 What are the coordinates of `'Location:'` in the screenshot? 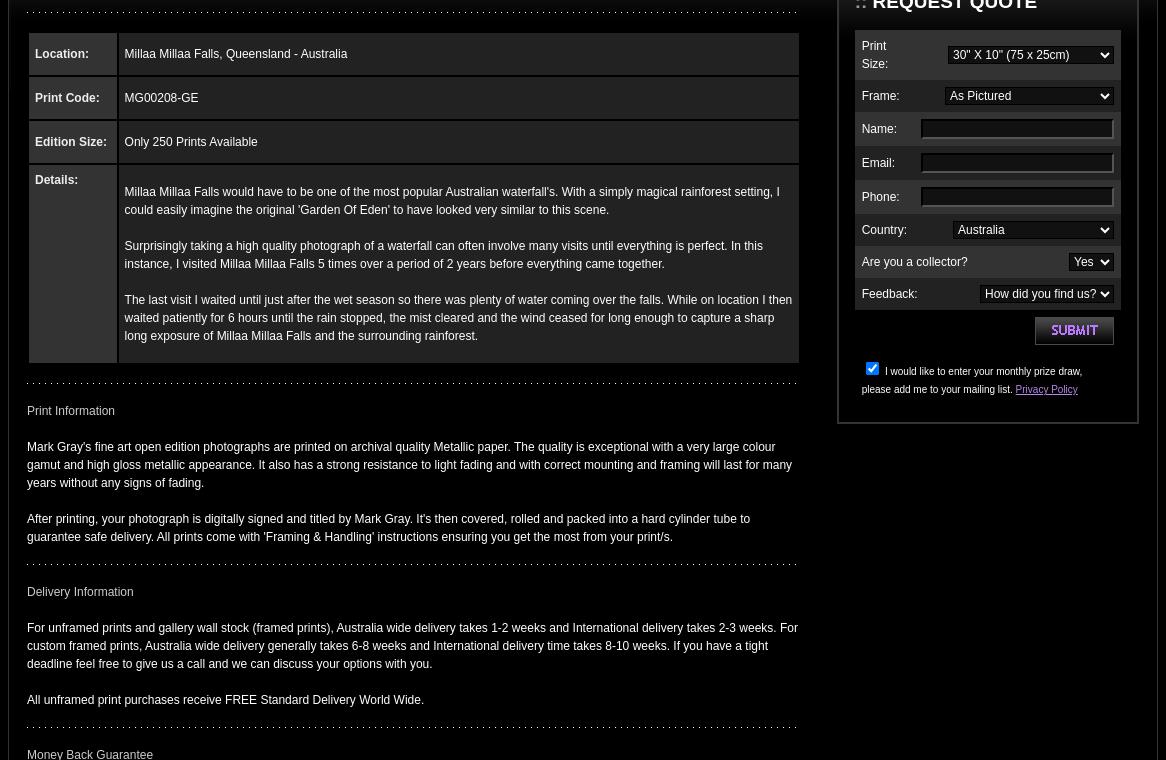 It's located at (61, 53).